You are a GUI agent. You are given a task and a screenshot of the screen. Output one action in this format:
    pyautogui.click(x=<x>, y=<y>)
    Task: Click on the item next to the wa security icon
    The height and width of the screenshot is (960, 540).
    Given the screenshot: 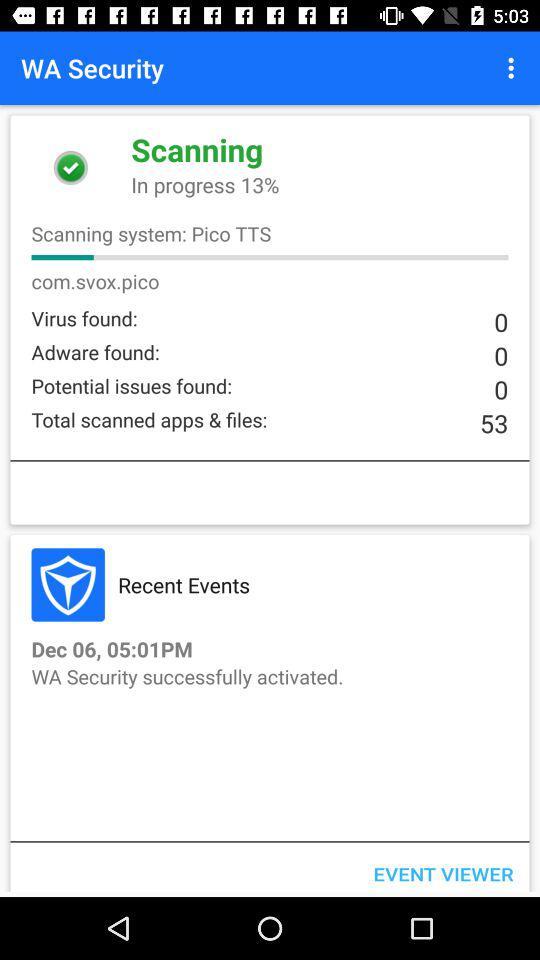 What is the action you would take?
    pyautogui.click(x=513, y=68)
    